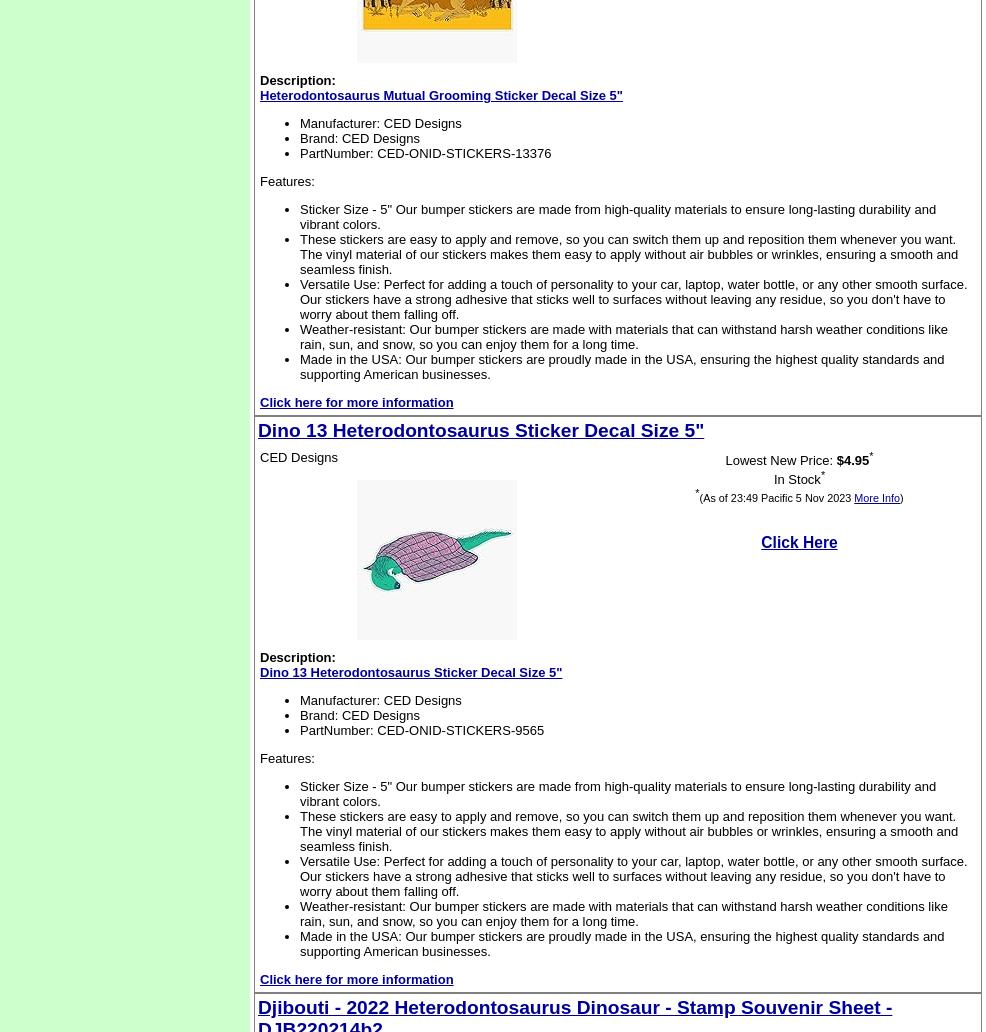  What do you see at coordinates (760, 541) in the screenshot?
I see `'Click Here'` at bounding box center [760, 541].